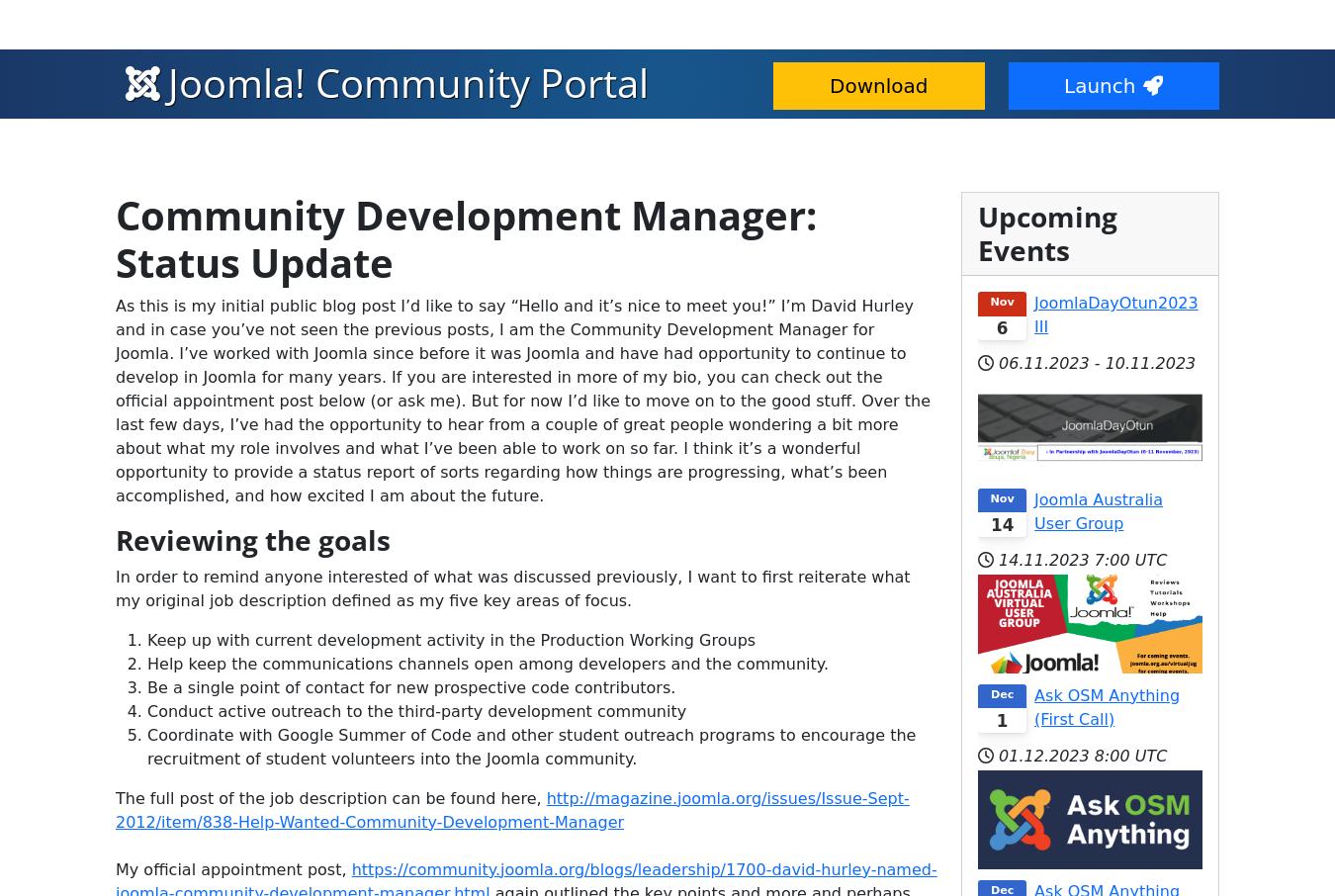 This screenshot has width=1335, height=896. What do you see at coordinates (222, 69) in the screenshot?
I see `'Blogs'` at bounding box center [222, 69].